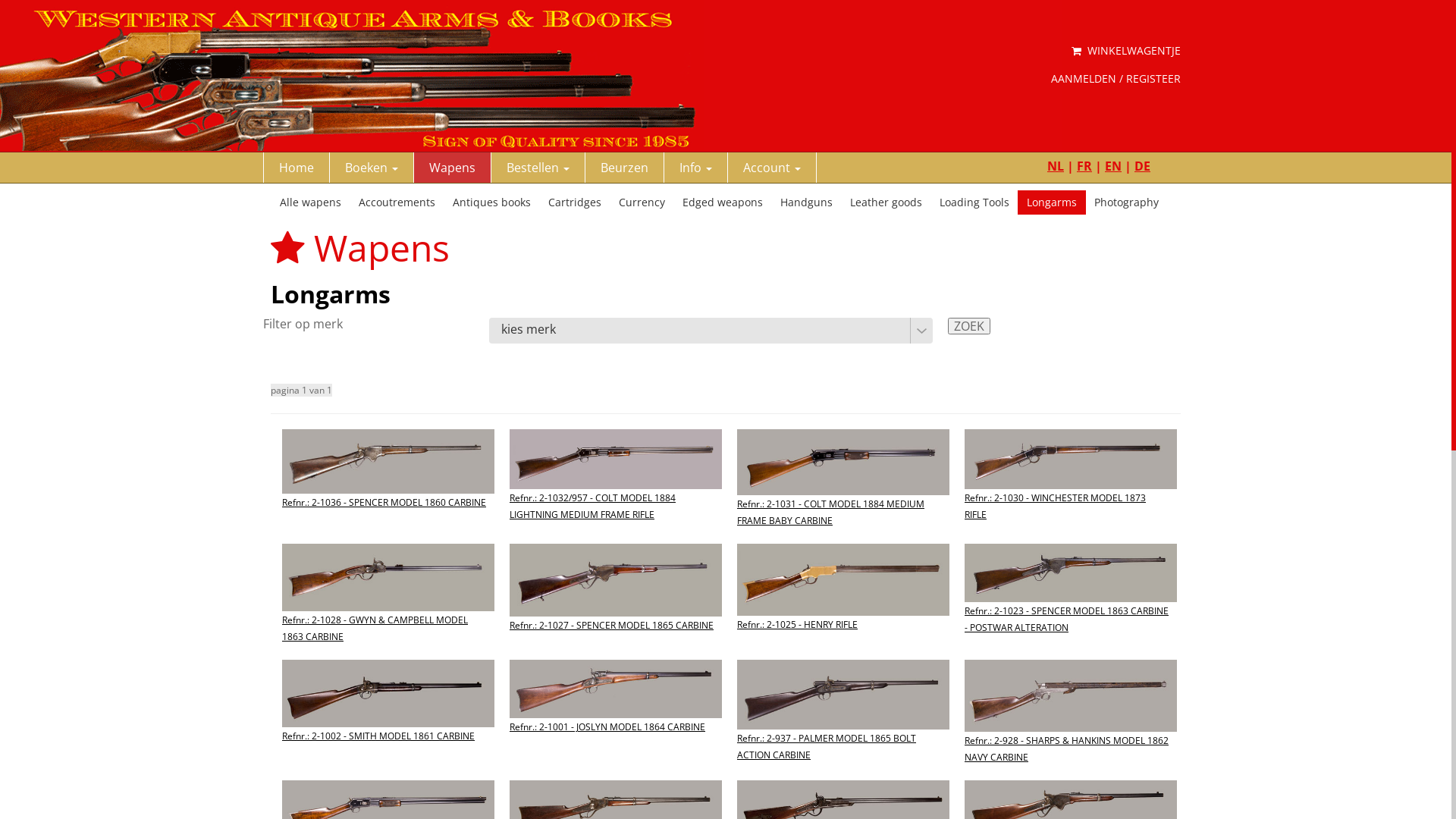 Image resolution: width=1456 pixels, height=819 pixels. What do you see at coordinates (886, 201) in the screenshot?
I see `'Leather goods'` at bounding box center [886, 201].